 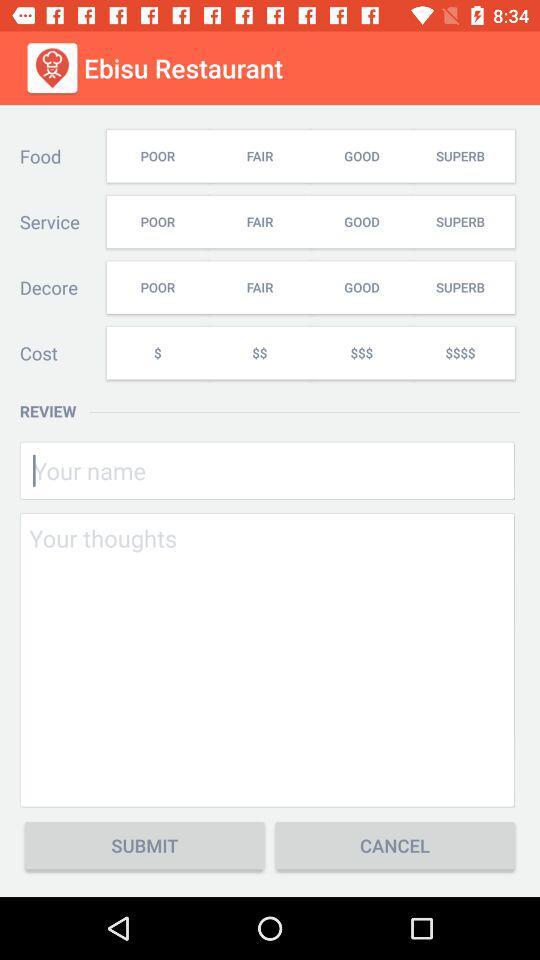 What do you see at coordinates (360, 353) in the screenshot?
I see `item next to $$ item` at bounding box center [360, 353].